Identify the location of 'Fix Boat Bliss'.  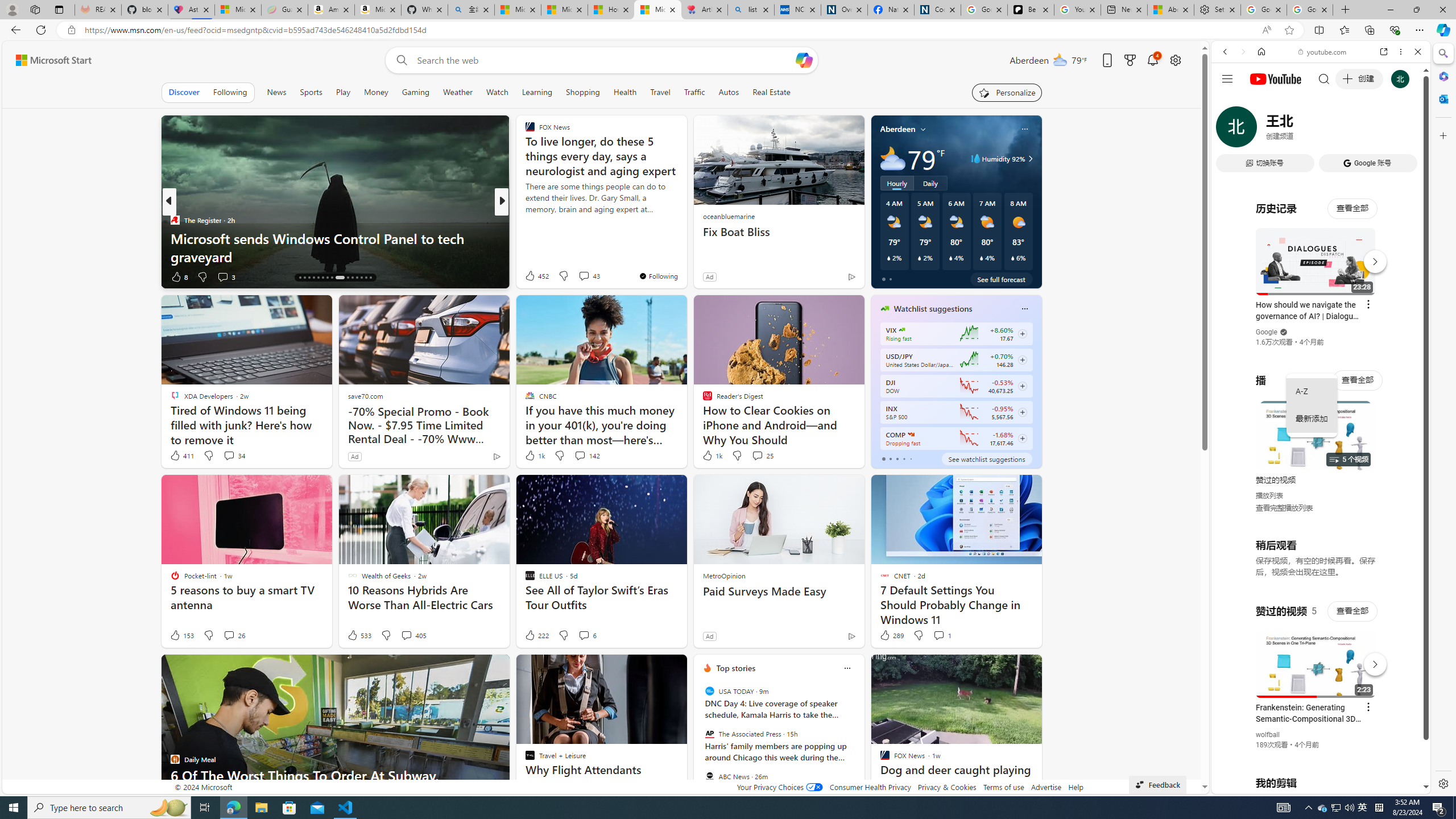
(779, 231).